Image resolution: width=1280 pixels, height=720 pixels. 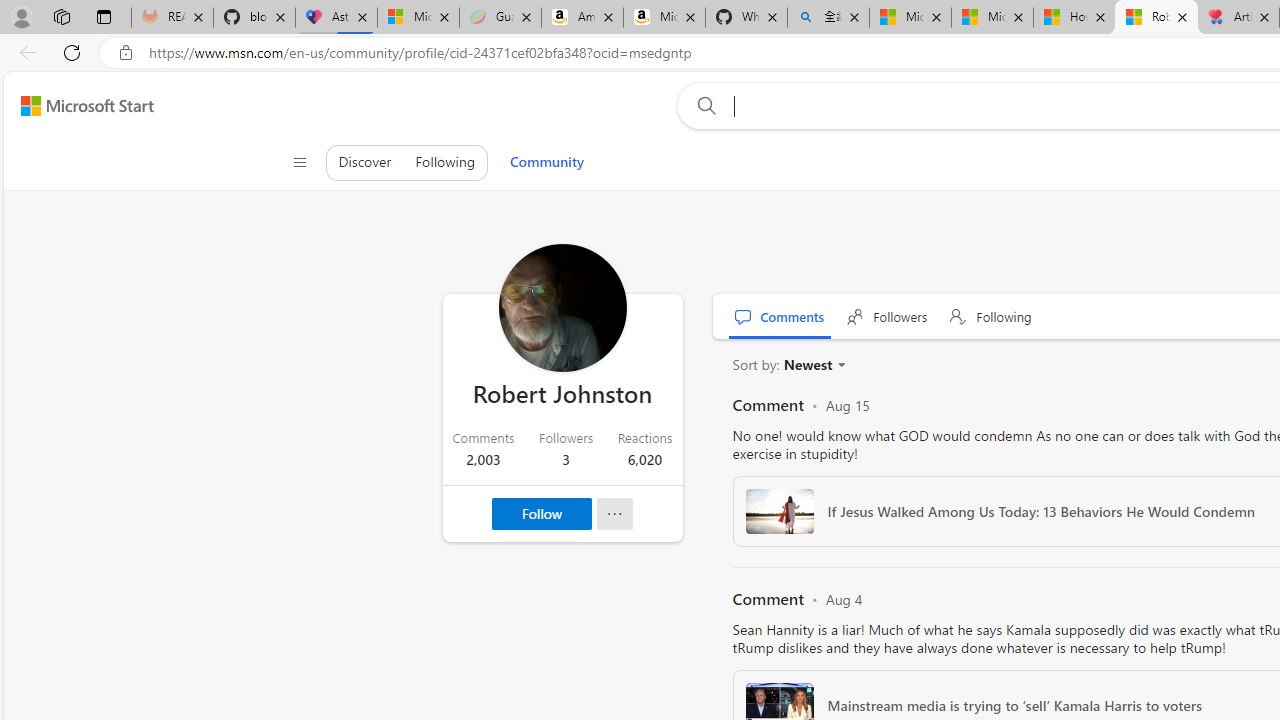 What do you see at coordinates (542, 513) in the screenshot?
I see `'Follow'` at bounding box center [542, 513].